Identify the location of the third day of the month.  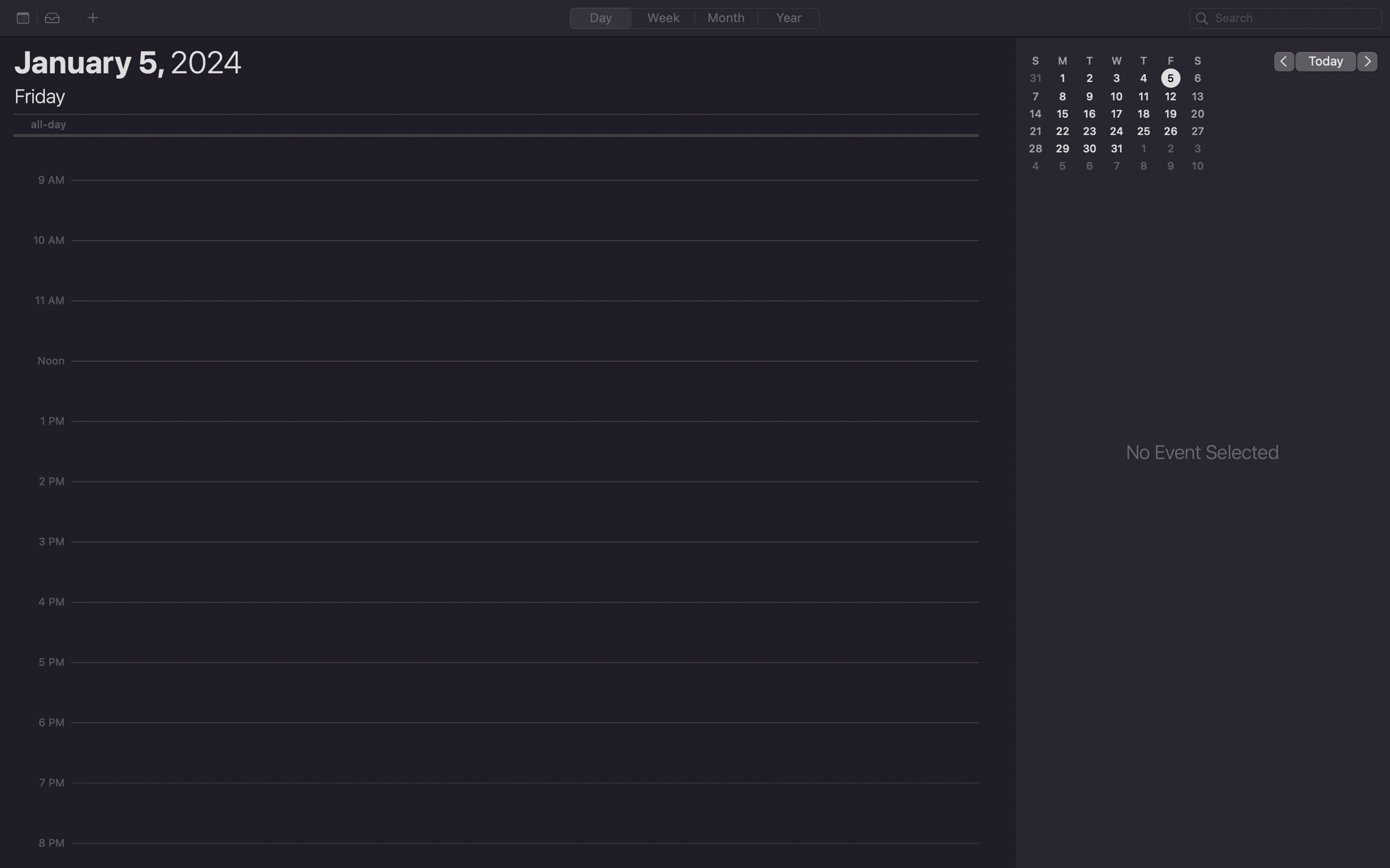
(1116, 77).